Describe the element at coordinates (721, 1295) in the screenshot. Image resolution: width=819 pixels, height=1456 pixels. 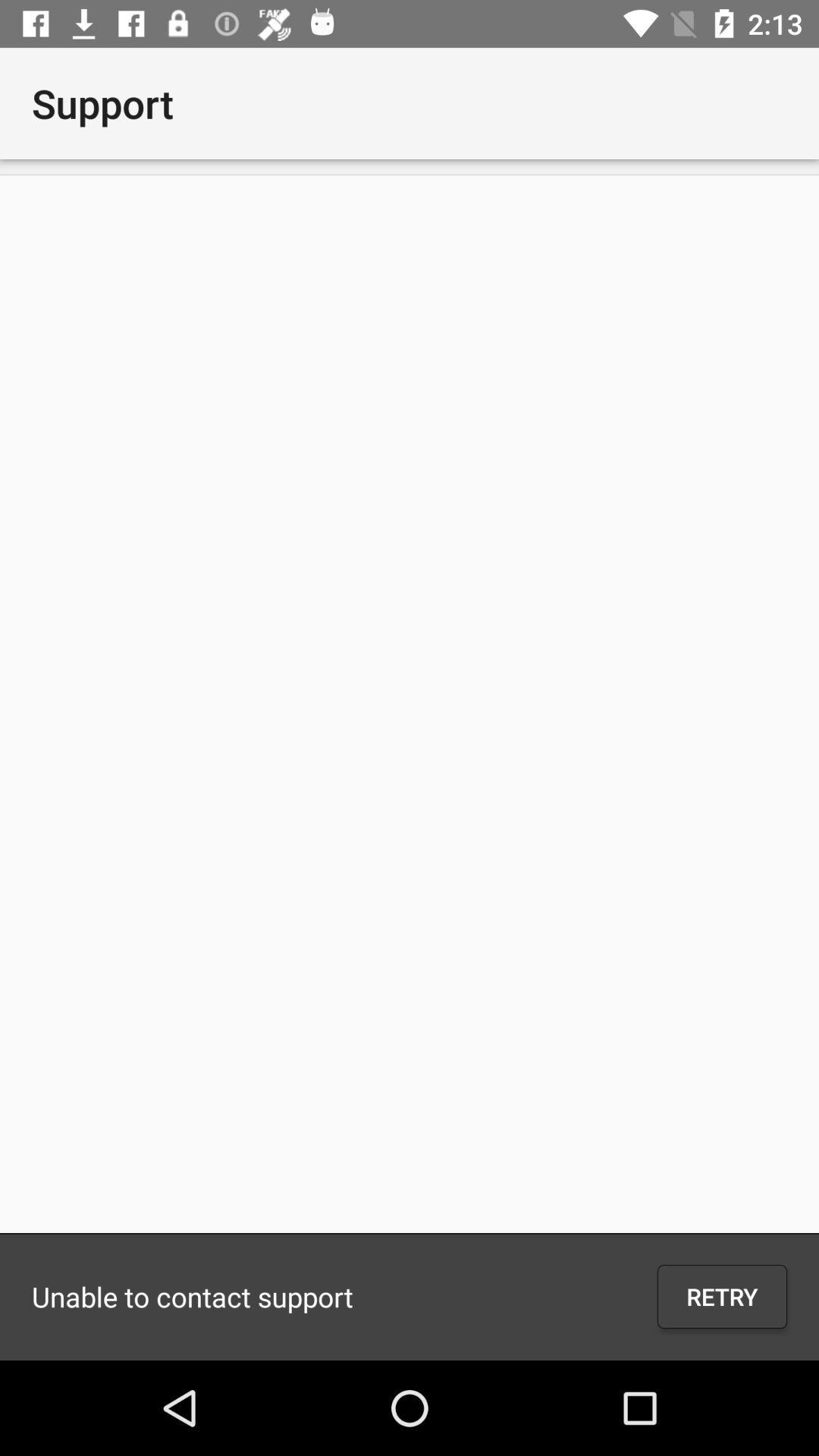
I see `retry icon` at that location.